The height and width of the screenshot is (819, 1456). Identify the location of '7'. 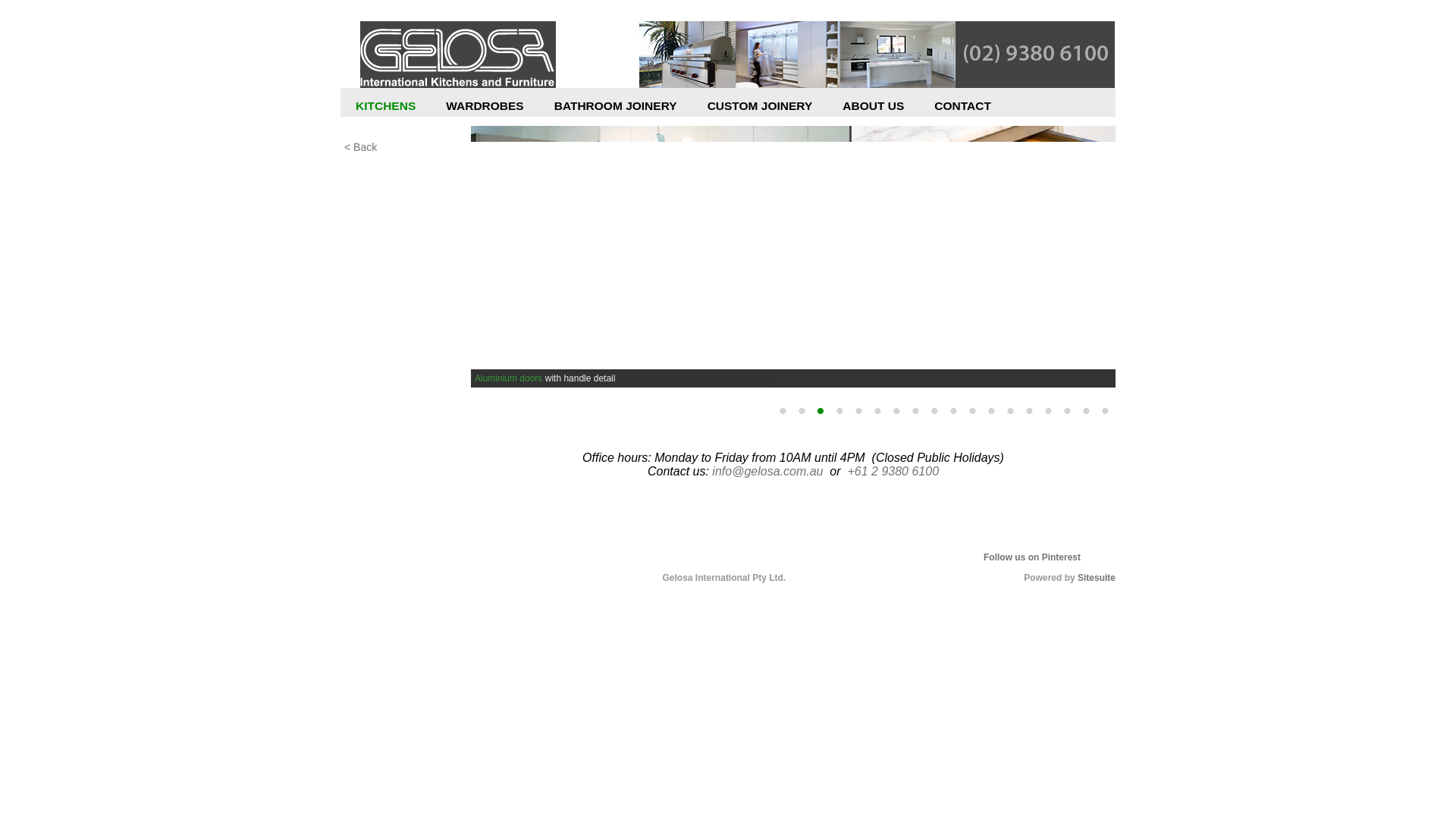
(896, 411).